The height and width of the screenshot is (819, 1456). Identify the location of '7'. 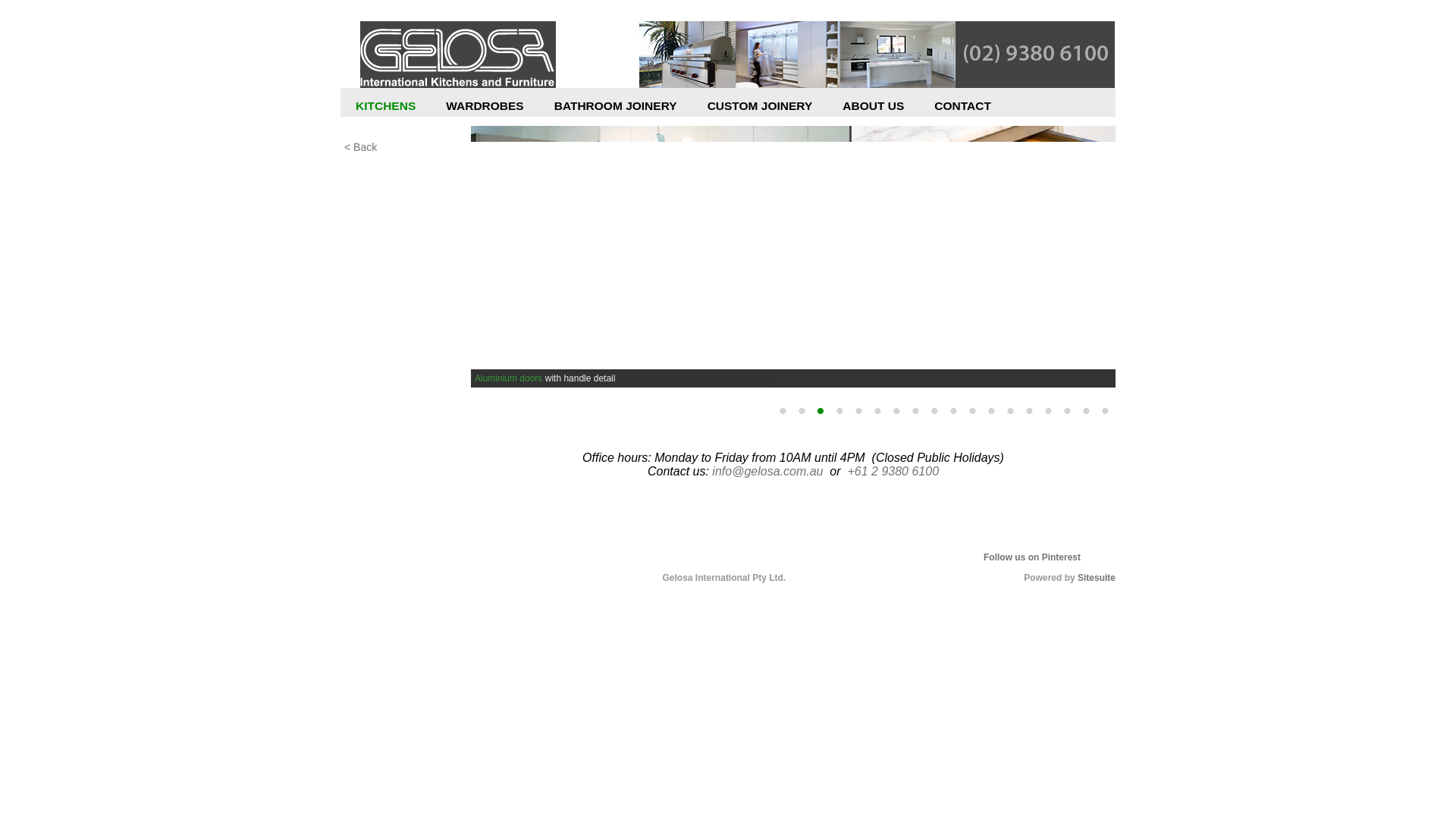
(896, 411).